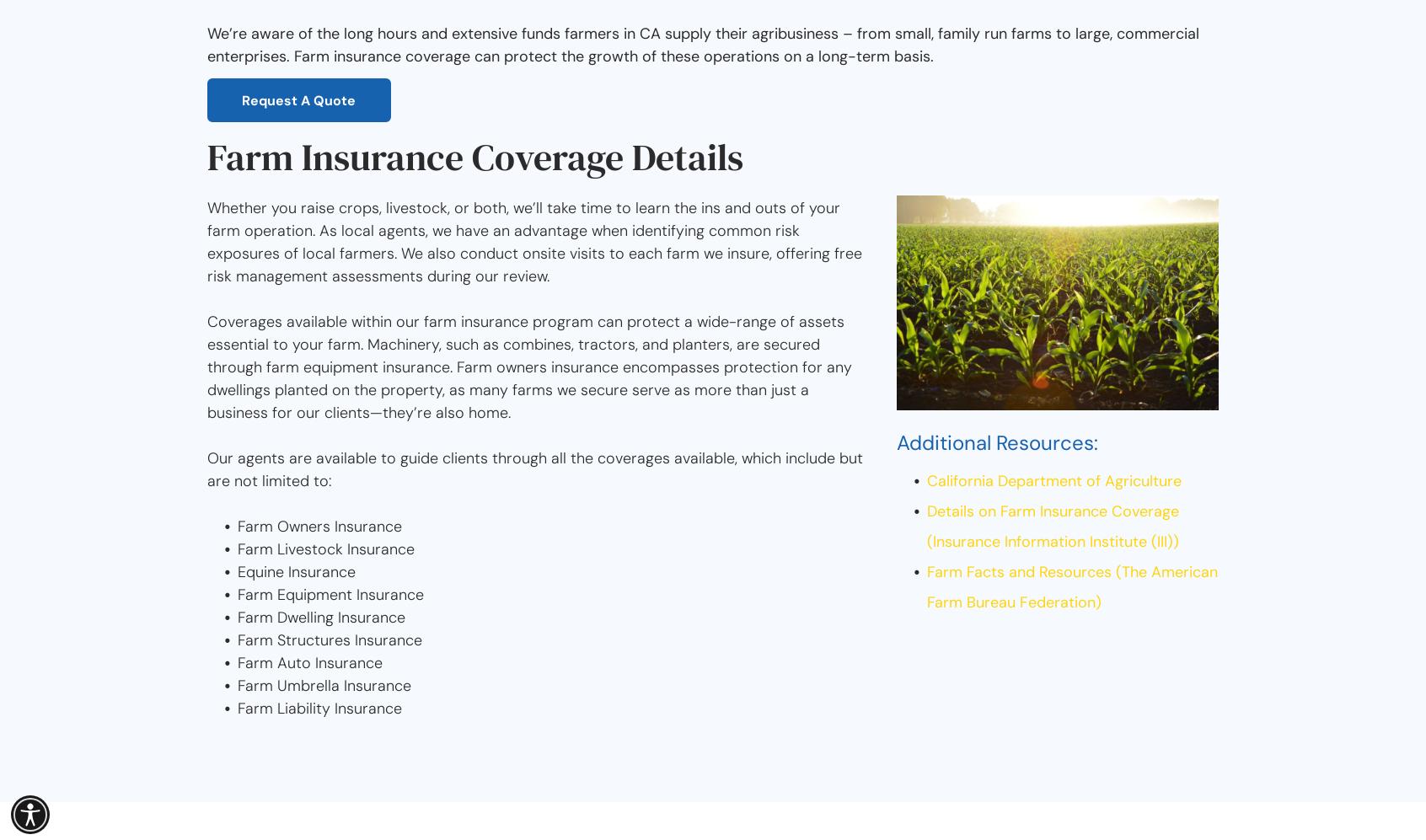 Image resolution: width=1426 pixels, height=840 pixels. Describe the element at coordinates (1071, 586) in the screenshot. I see `'Farm Facts and Resources (The American Farm Bureau Federation)'` at that location.